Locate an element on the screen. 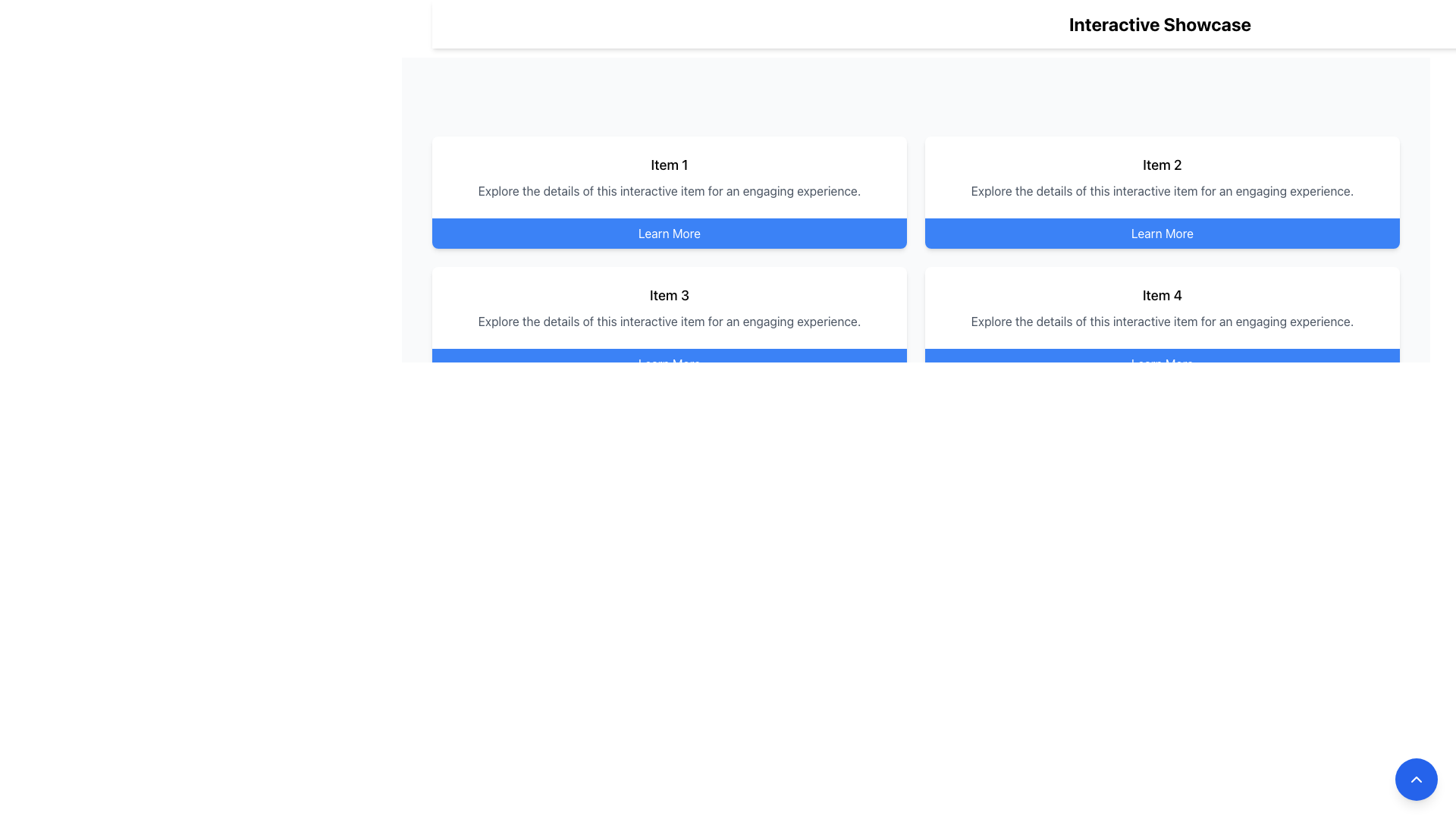  the text label styled in a smaller, gray font located beneath the heading 'Item 4' in the card layout is located at coordinates (1161, 321).